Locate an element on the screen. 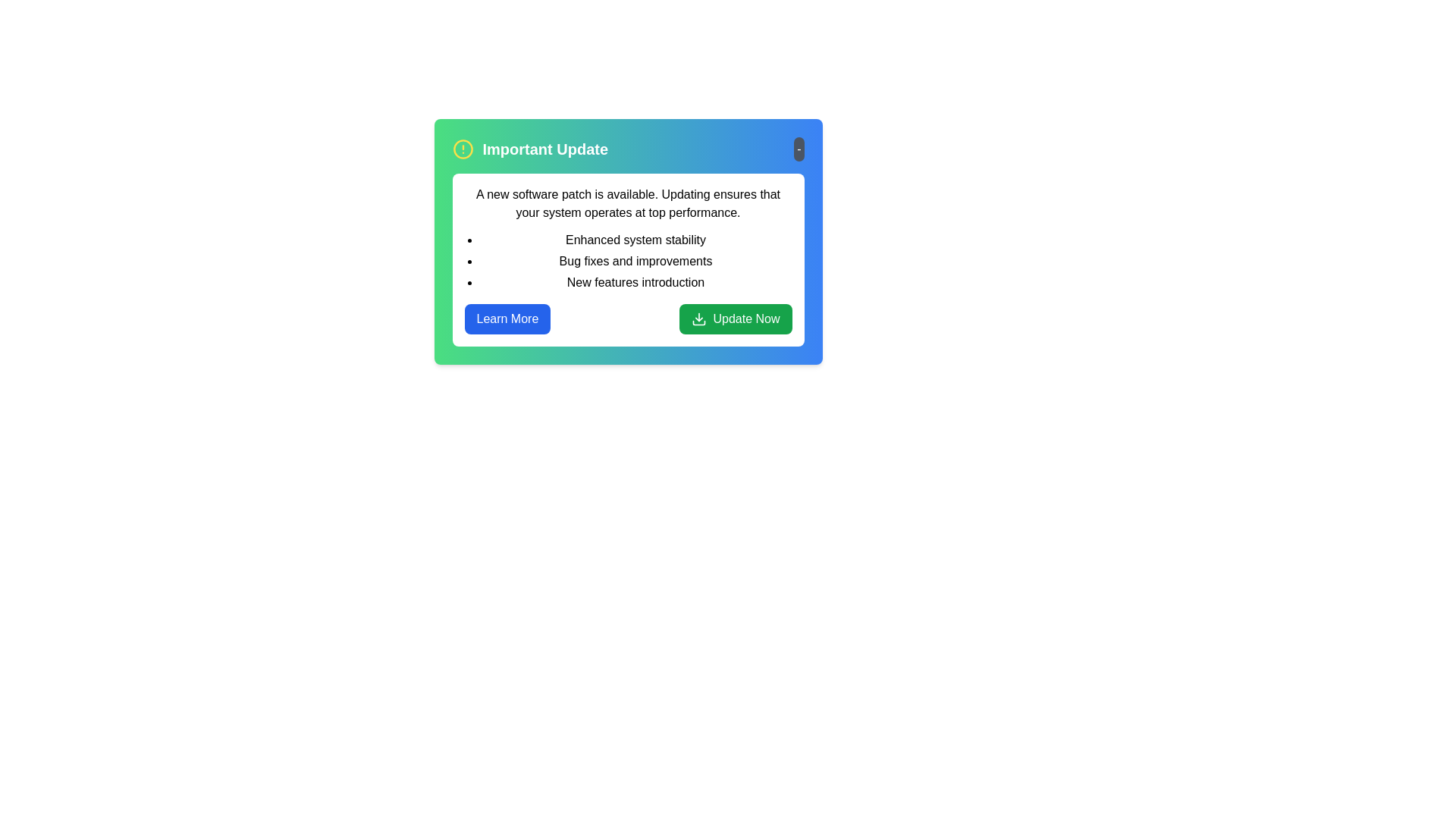 This screenshot has height=819, width=1456. the 'Update Now' button is located at coordinates (735, 318).